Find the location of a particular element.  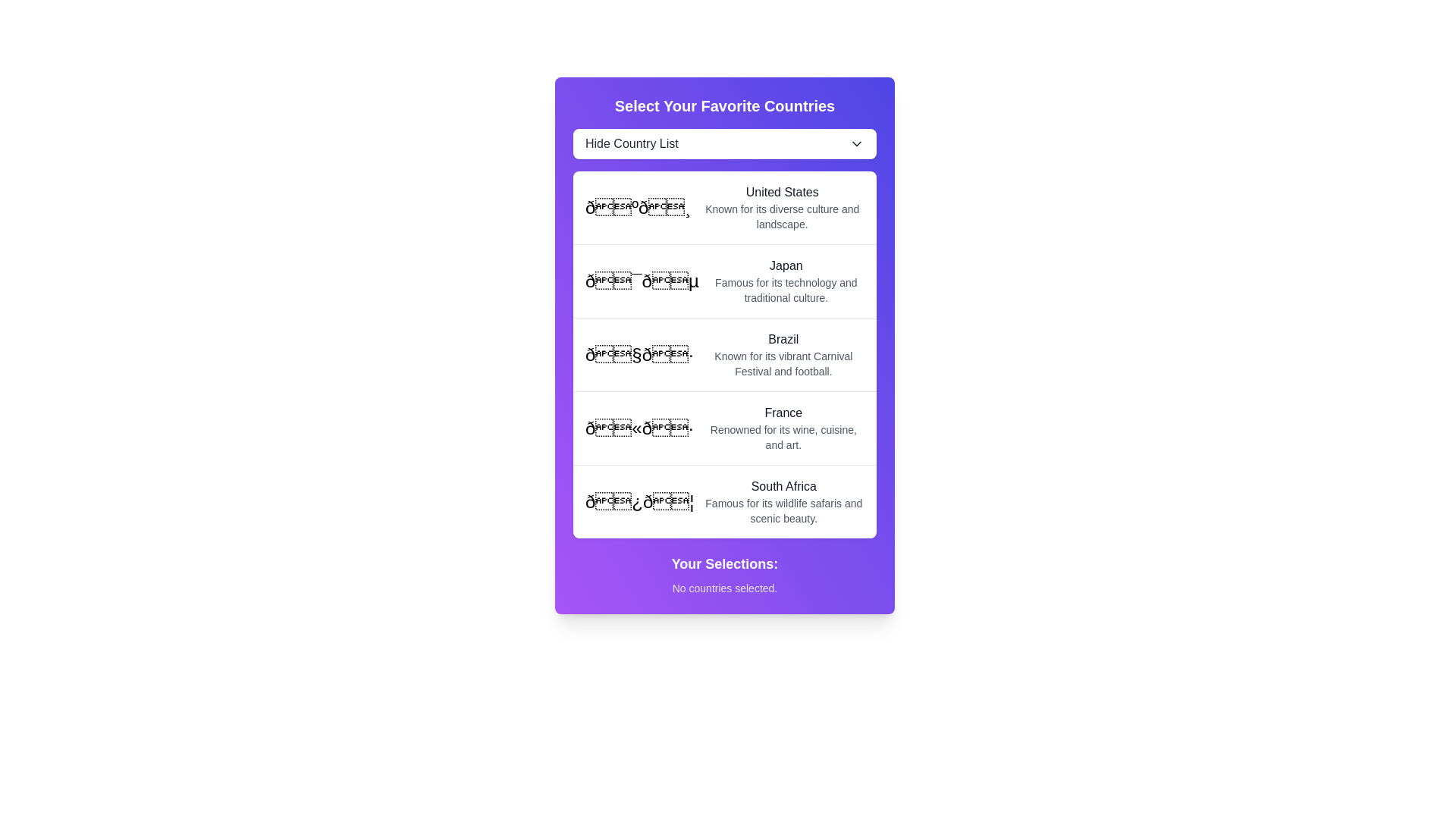

the first list item containing the country name 'United States' and its description in the 'Select Your Favorite Countries' section is located at coordinates (723, 207).